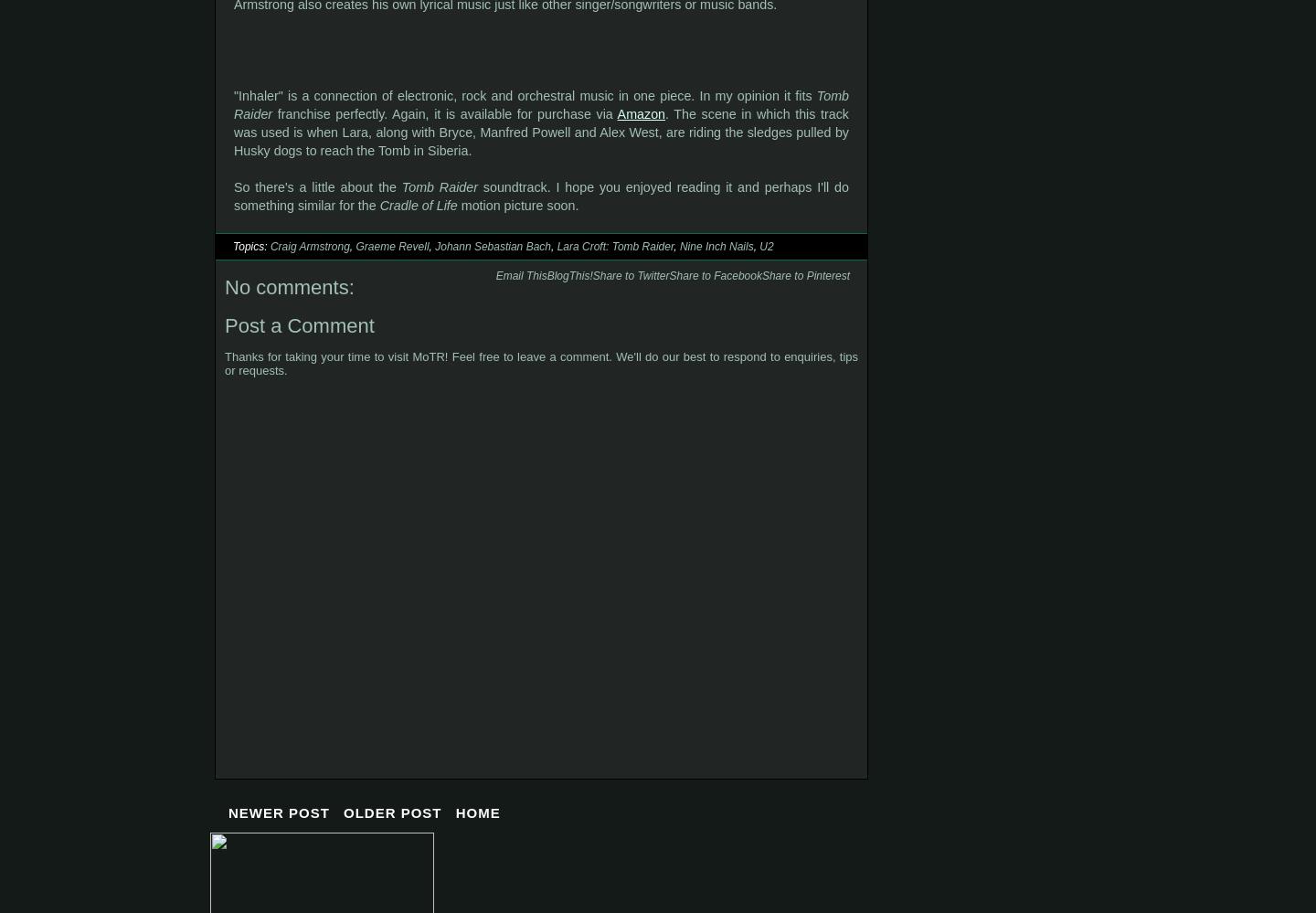  What do you see at coordinates (354, 247) in the screenshot?
I see `'Graeme Revell'` at bounding box center [354, 247].